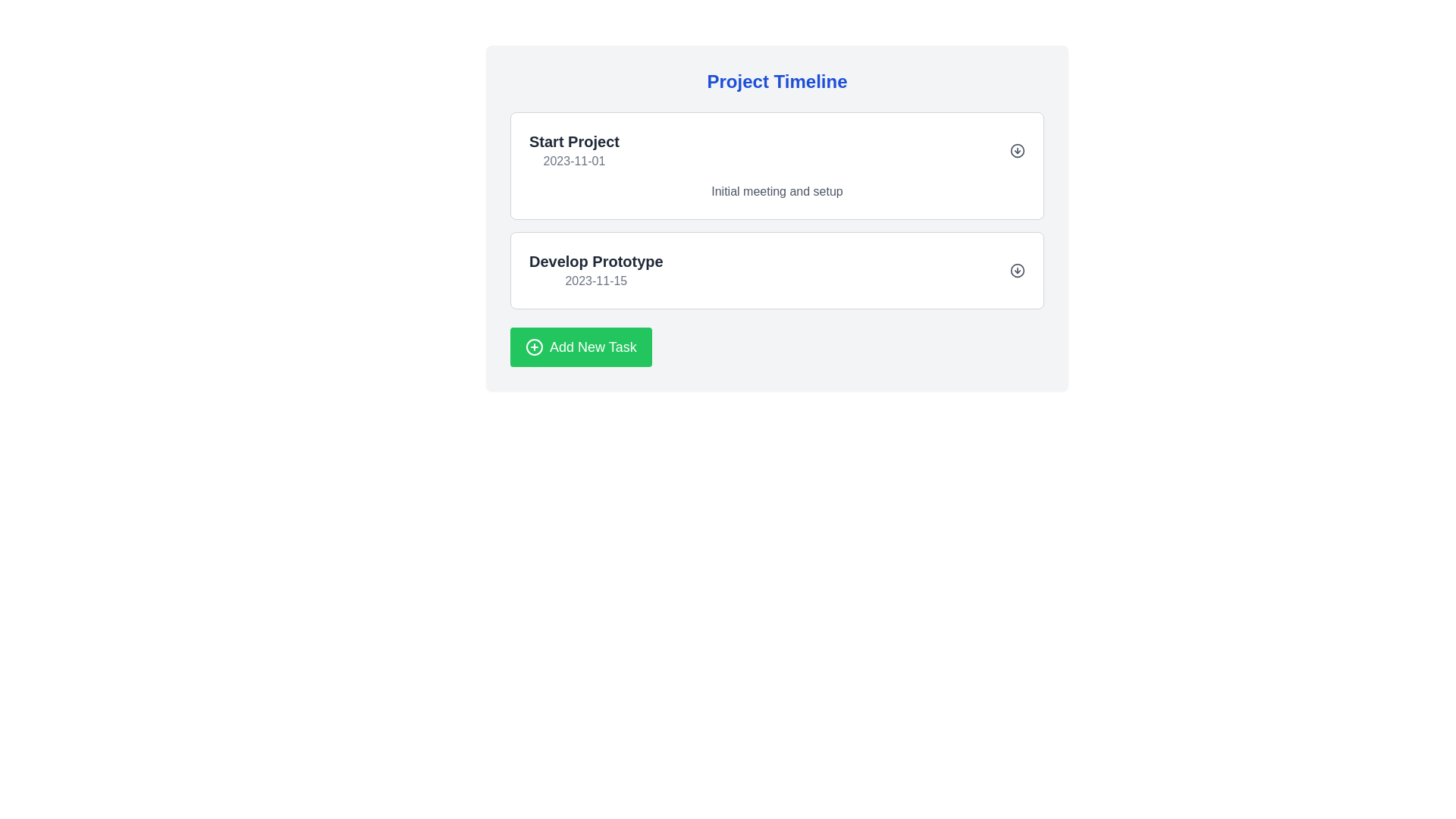 The width and height of the screenshot is (1456, 819). I want to click on the circular button icon with a downward arrow located at the top-right corner of the 'Start Project' section, so click(1018, 151).